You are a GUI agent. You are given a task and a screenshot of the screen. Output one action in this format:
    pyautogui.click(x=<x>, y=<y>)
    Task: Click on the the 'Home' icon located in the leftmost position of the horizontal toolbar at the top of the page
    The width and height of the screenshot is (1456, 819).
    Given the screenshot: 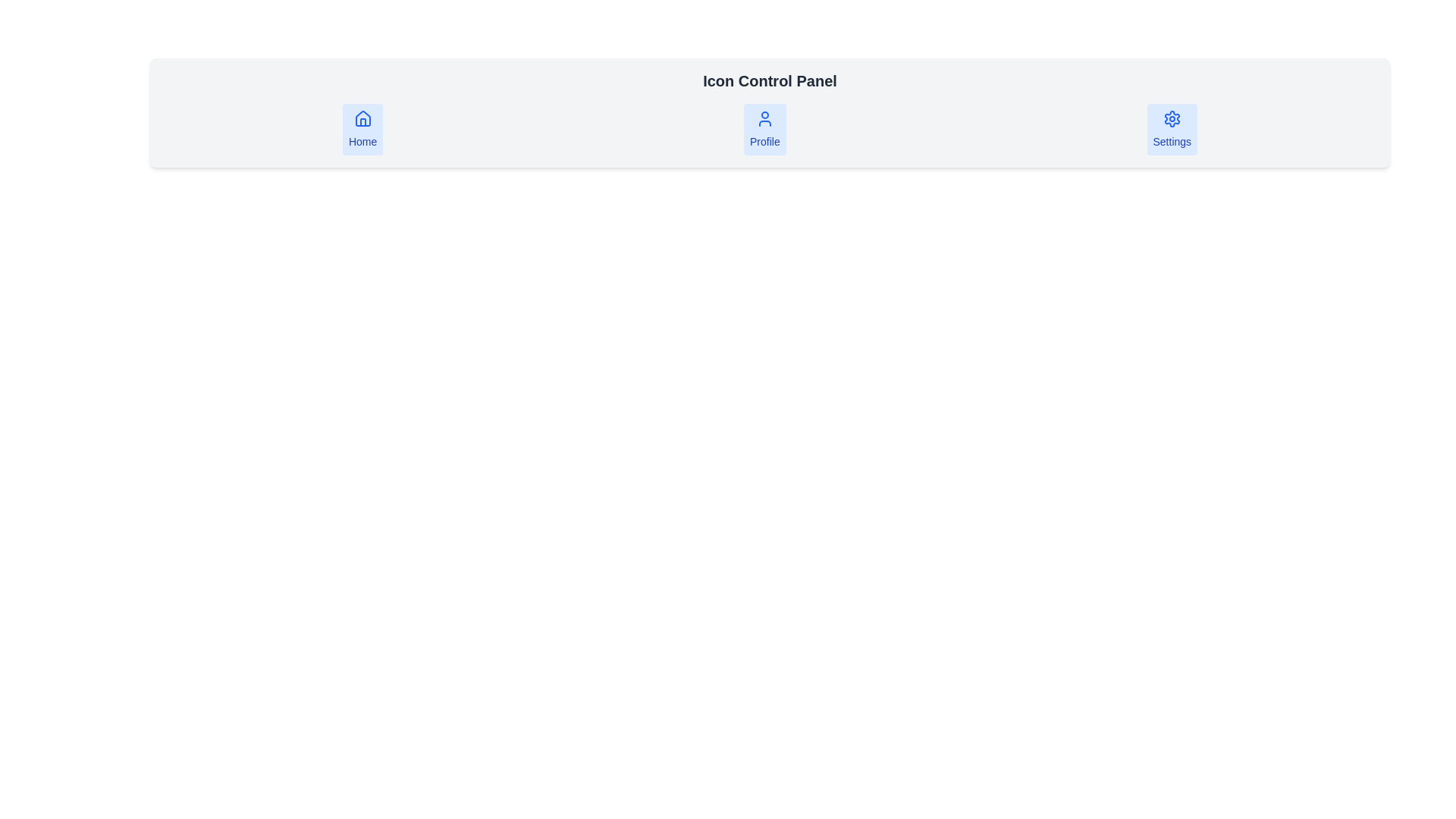 What is the action you would take?
    pyautogui.click(x=362, y=118)
    